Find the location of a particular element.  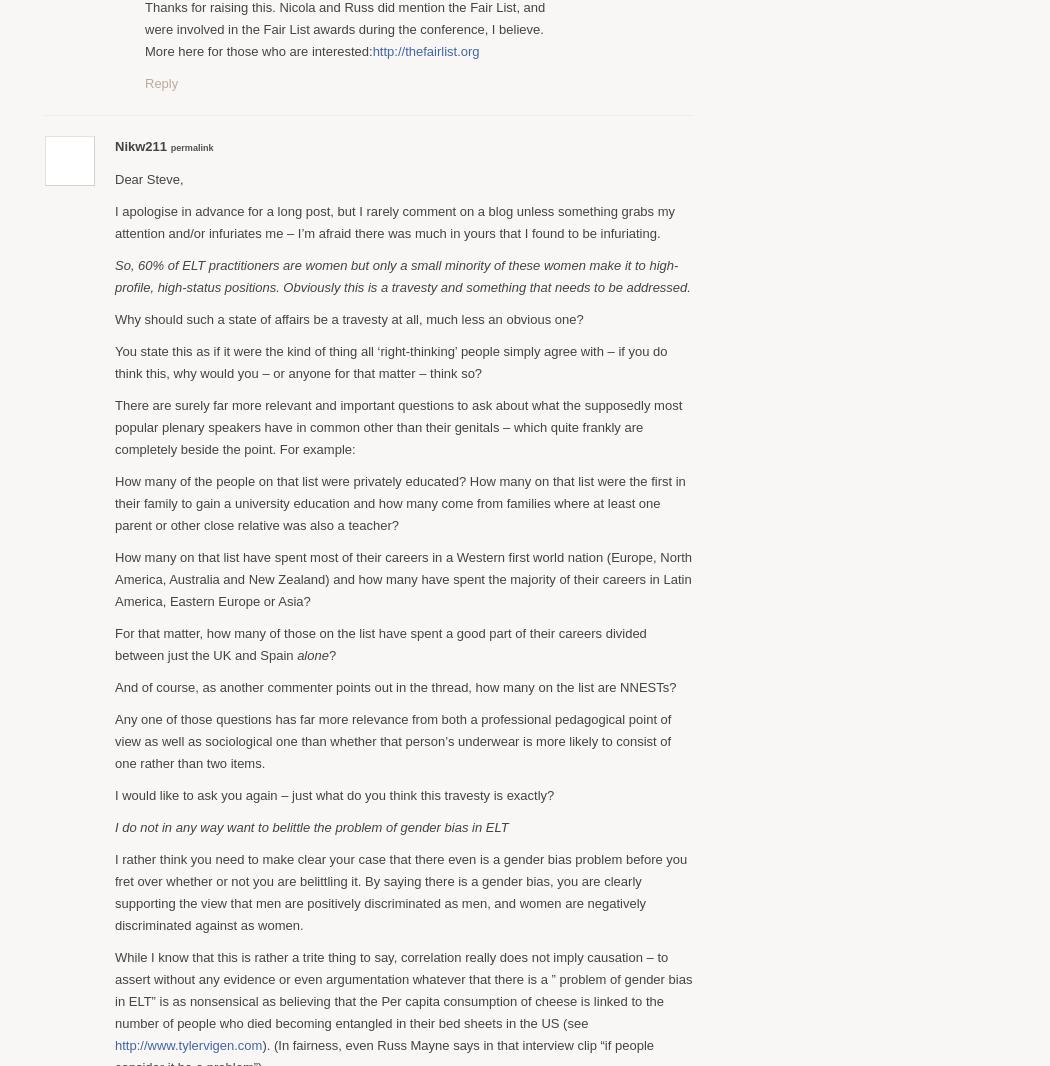

'?' is located at coordinates (328, 653).